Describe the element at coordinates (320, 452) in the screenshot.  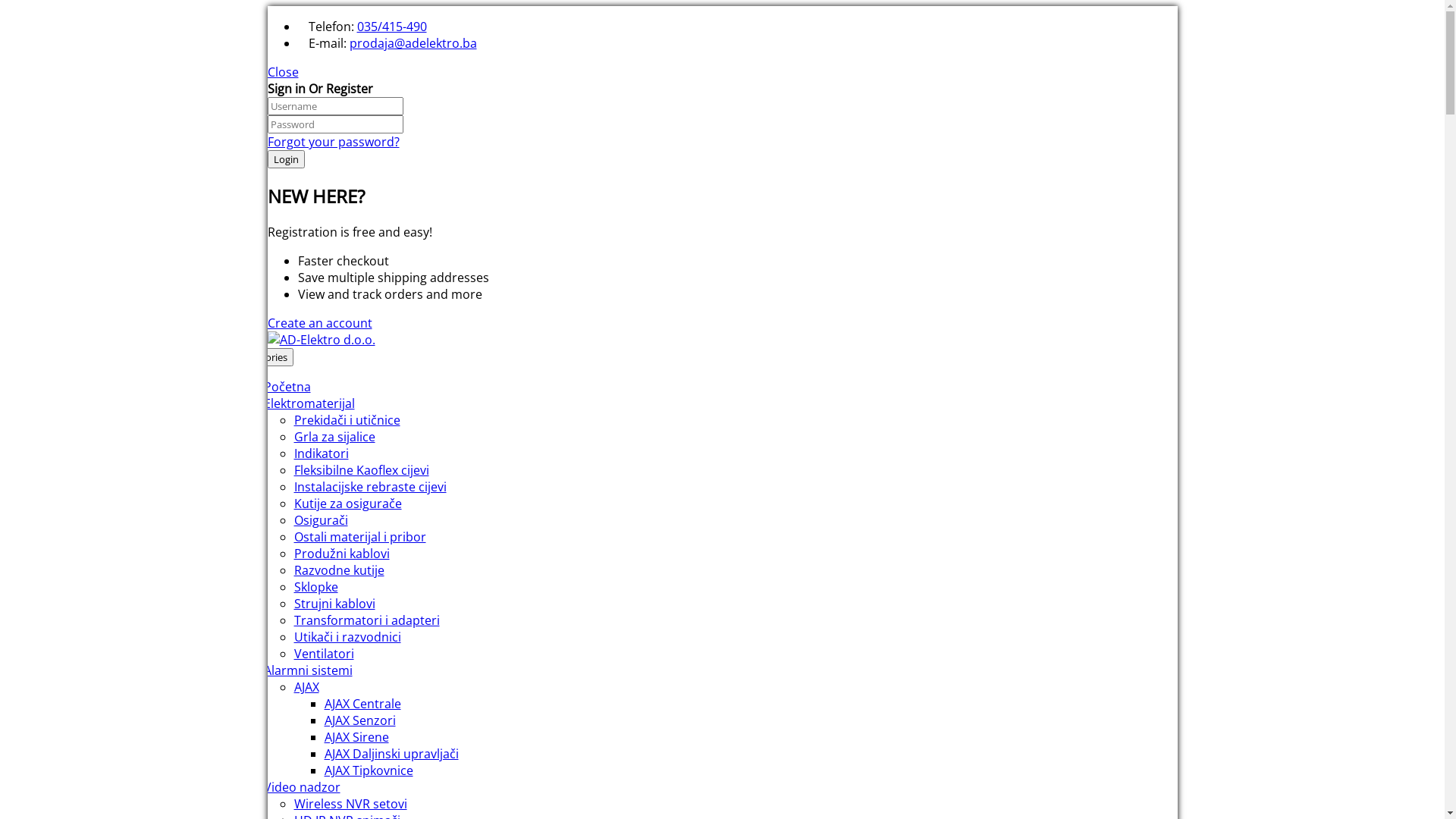
I see `'Indikatori'` at that location.